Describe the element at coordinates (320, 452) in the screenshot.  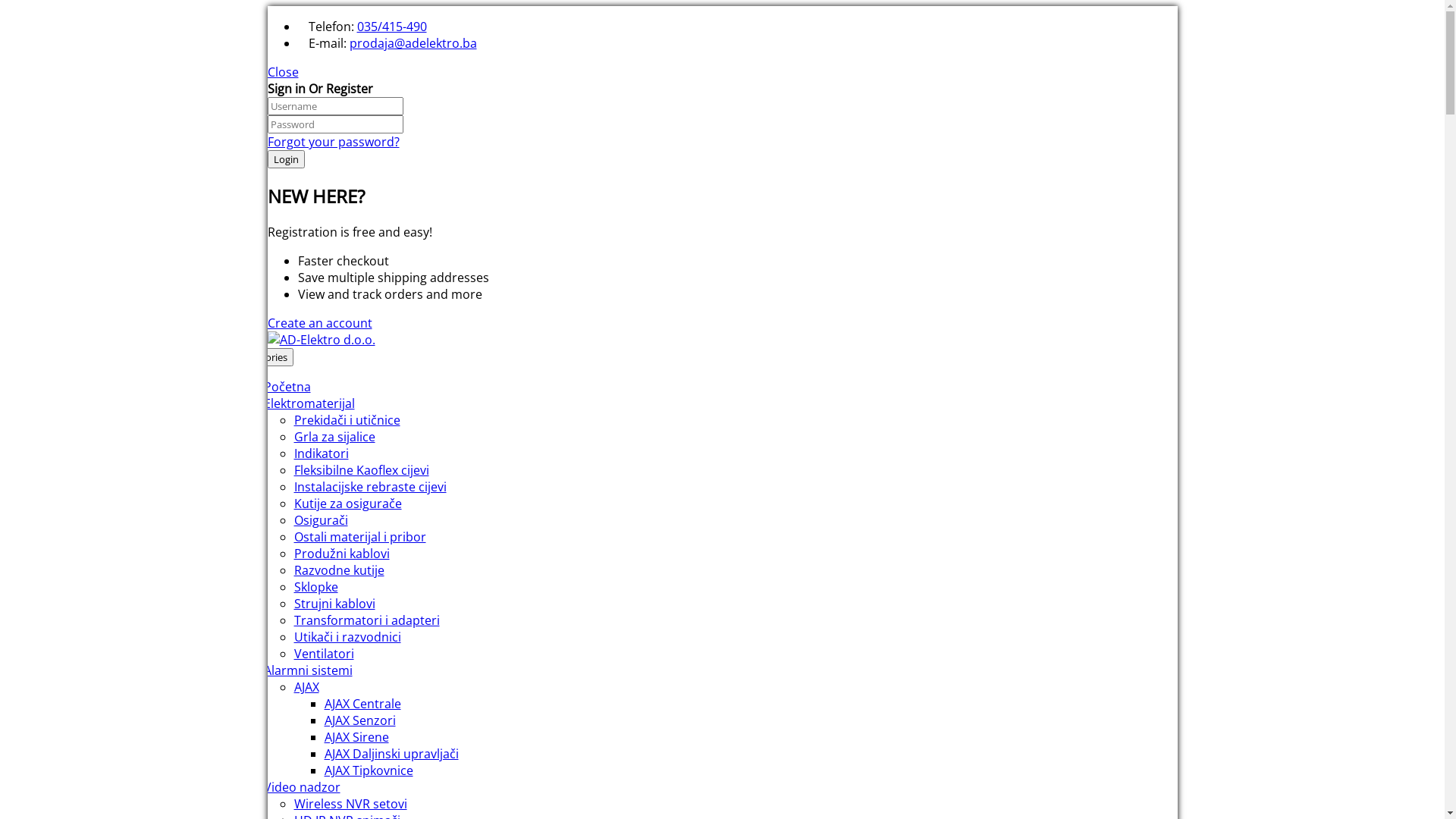
I see `'Indikatori'` at that location.